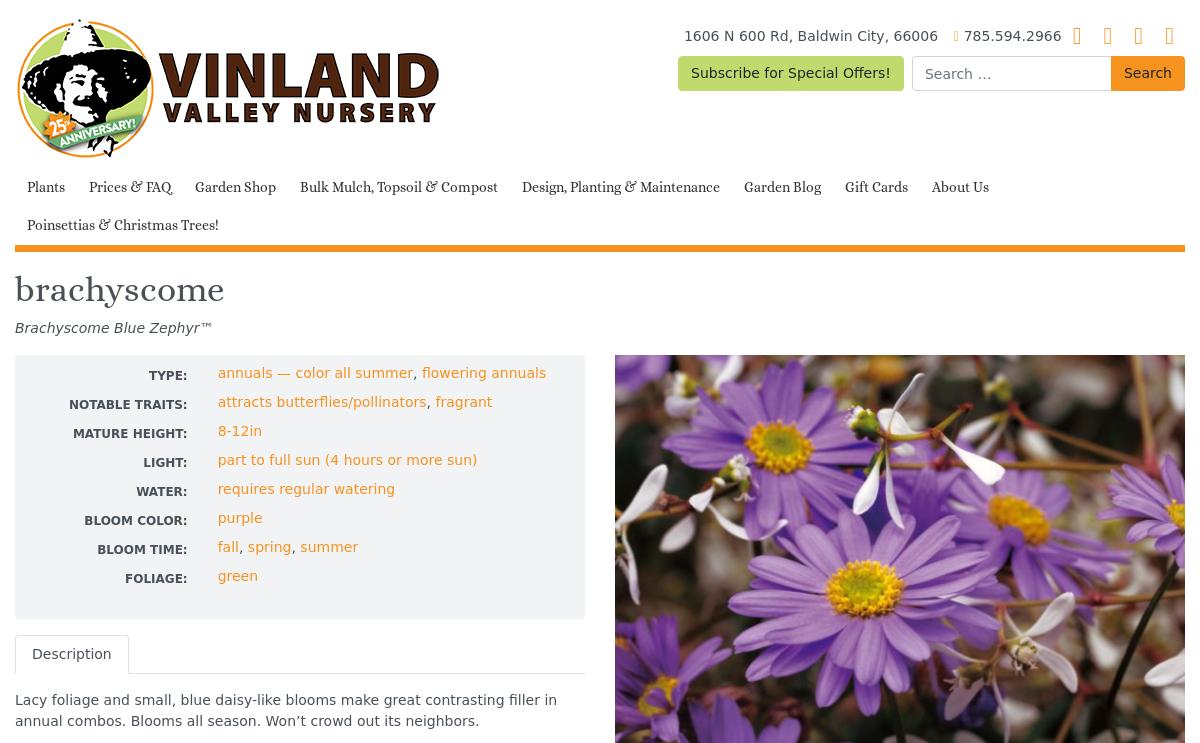 The width and height of the screenshot is (1200, 743). I want to click on 'annuals — color all summer', so click(315, 372).